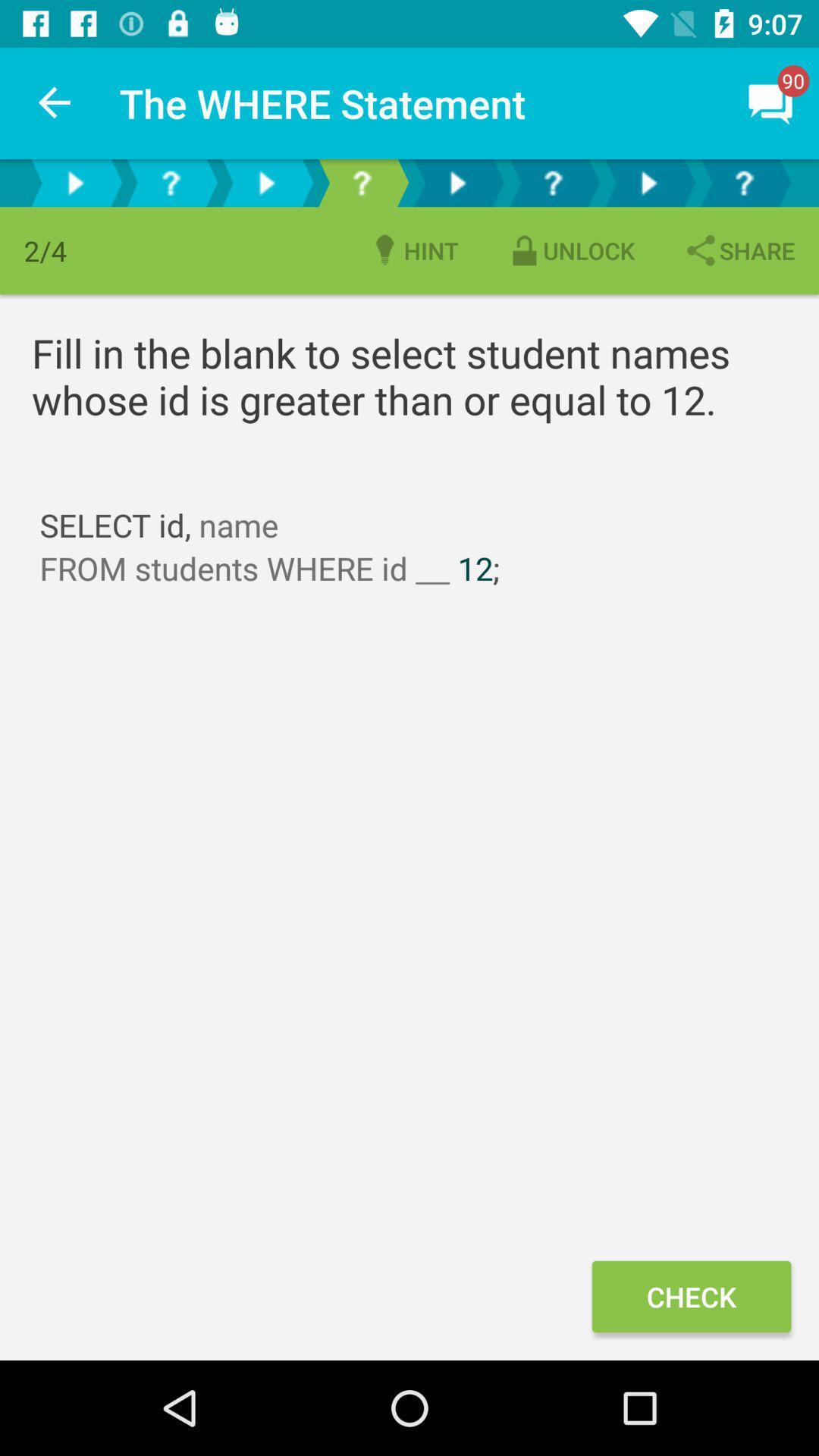  What do you see at coordinates (75, 182) in the screenshot?
I see `proceed to the next question` at bounding box center [75, 182].